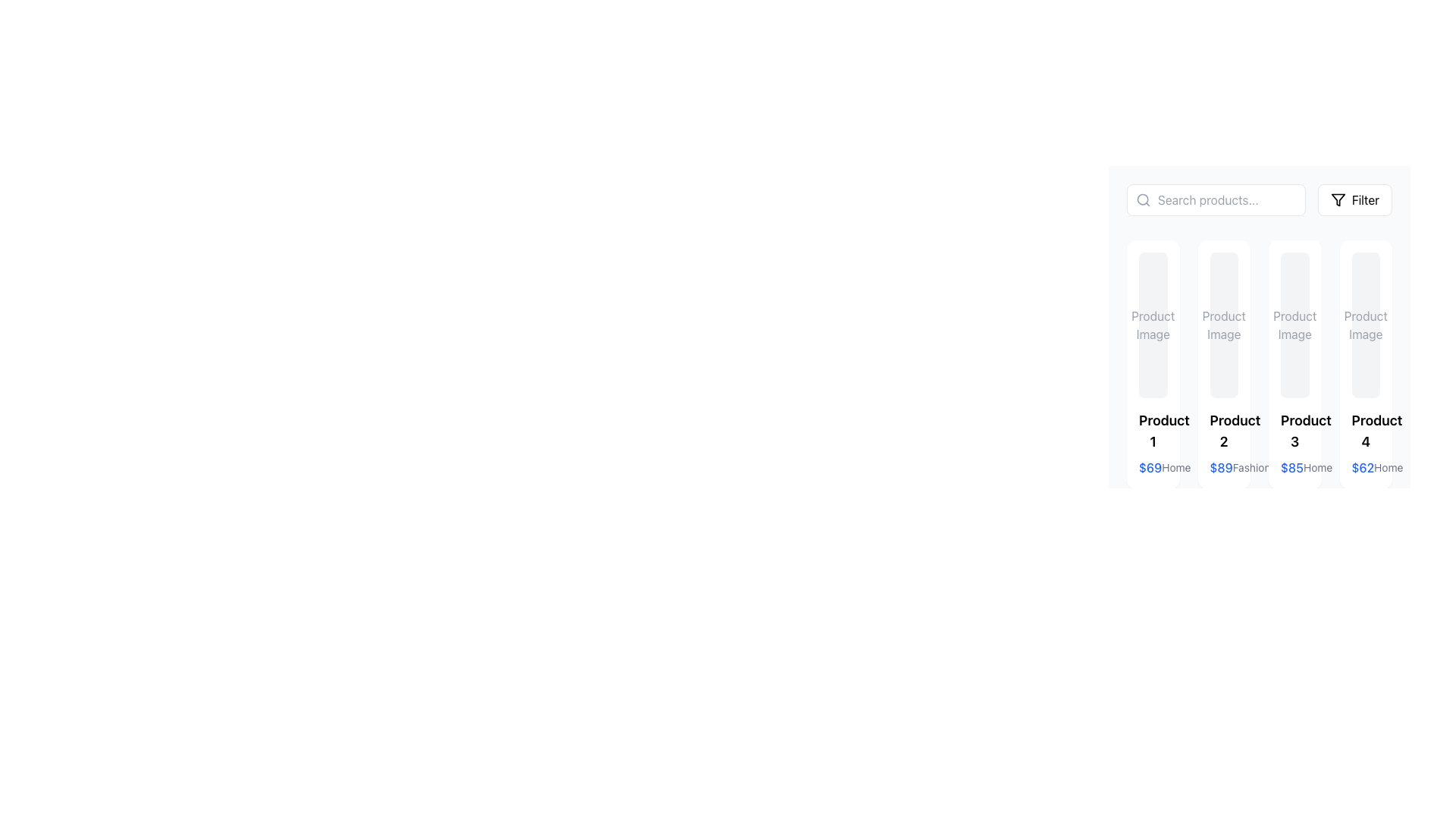  Describe the element at coordinates (1365, 199) in the screenshot. I see `text label displaying 'Filter' located in the top-right corner of the card layout, adjacent to the funnel icon` at that location.